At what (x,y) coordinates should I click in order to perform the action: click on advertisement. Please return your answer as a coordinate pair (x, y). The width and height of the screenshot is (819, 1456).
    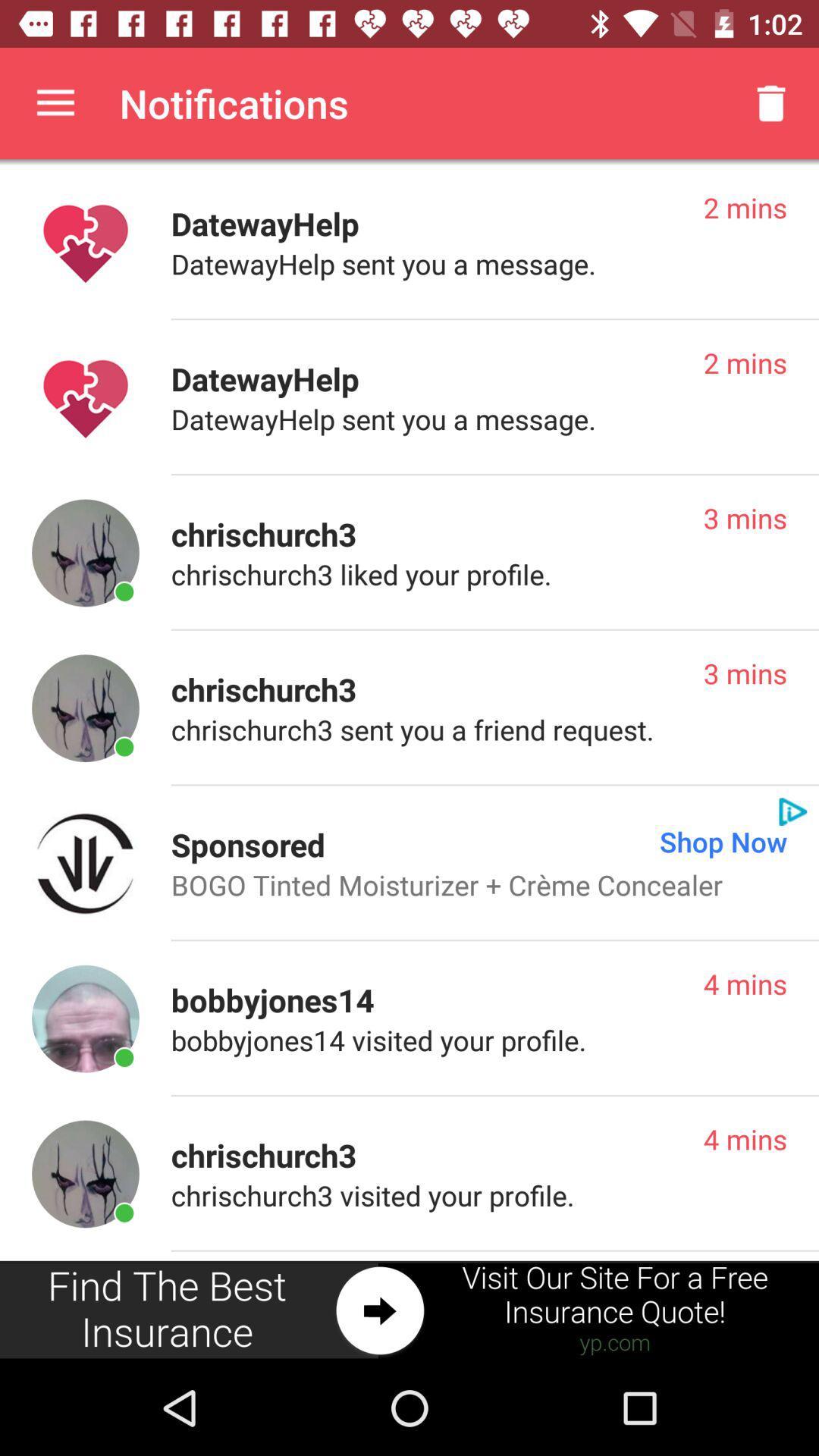
    Looking at the image, I should click on (409, 1310).